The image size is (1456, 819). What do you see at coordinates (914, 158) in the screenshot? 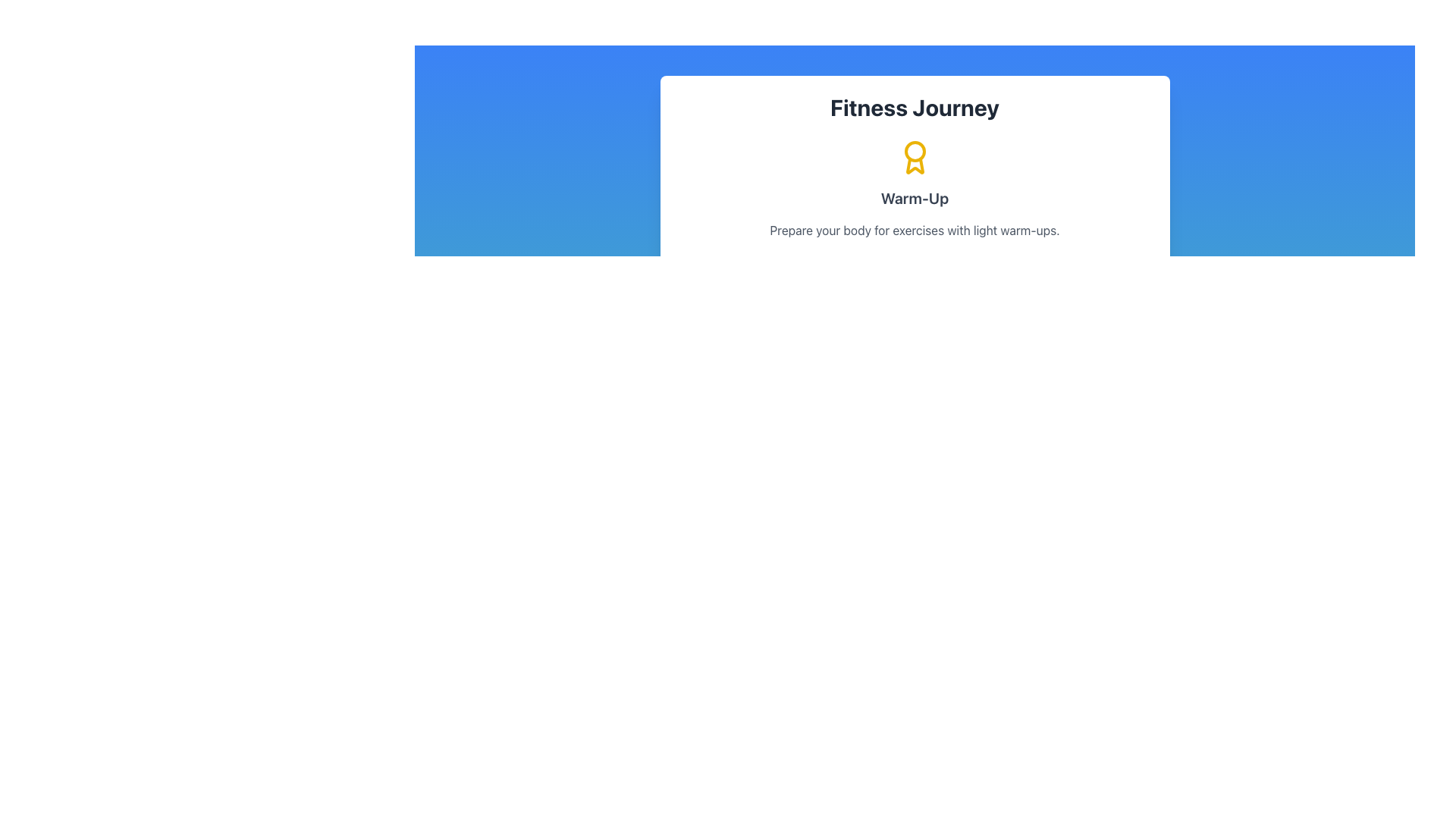
I see `the decorative icon representing the 'Warm-Up' section, which is centrally located above the title text and description` at bounding box center [914, 158].